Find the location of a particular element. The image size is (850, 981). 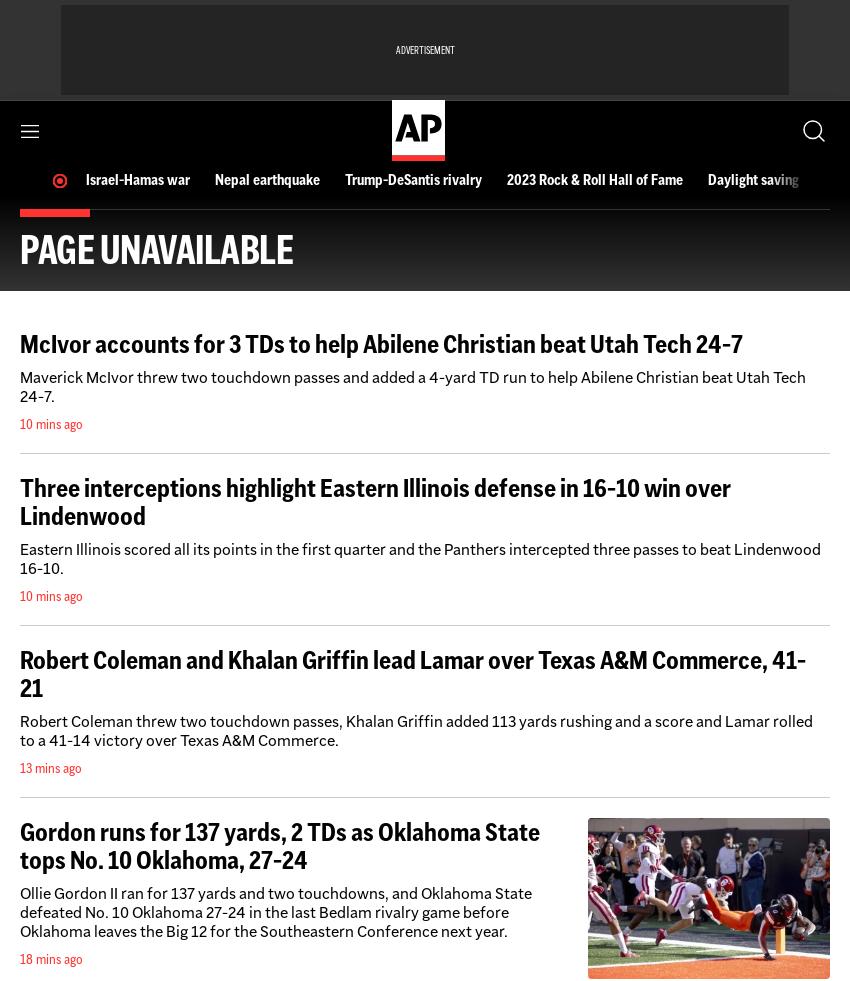

'18 mins ago' is located at coordinates (51, 959).